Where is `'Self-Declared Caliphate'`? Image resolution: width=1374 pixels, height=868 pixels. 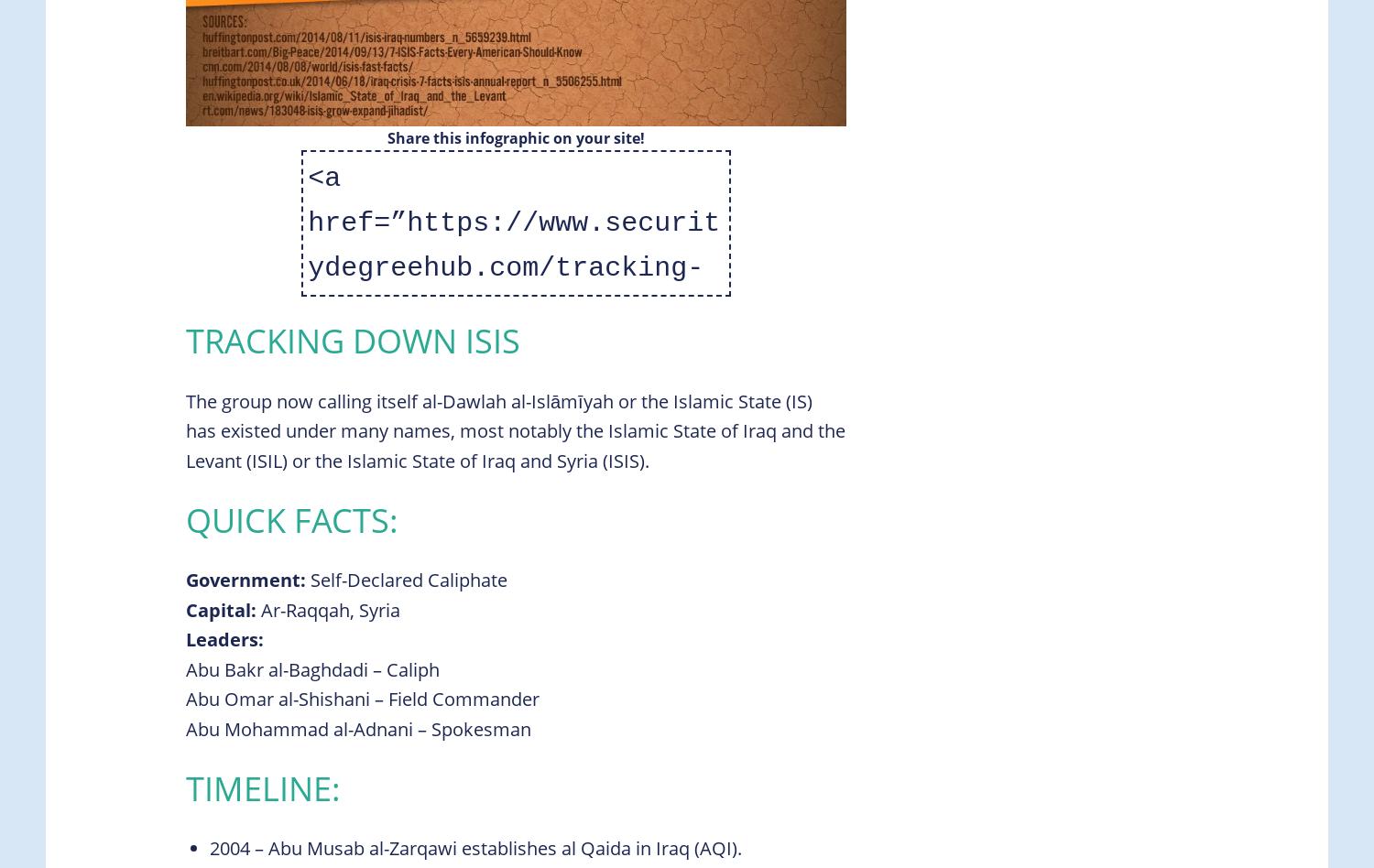
'Self-Declared Caliphate' is located at coordinates (406, 579).